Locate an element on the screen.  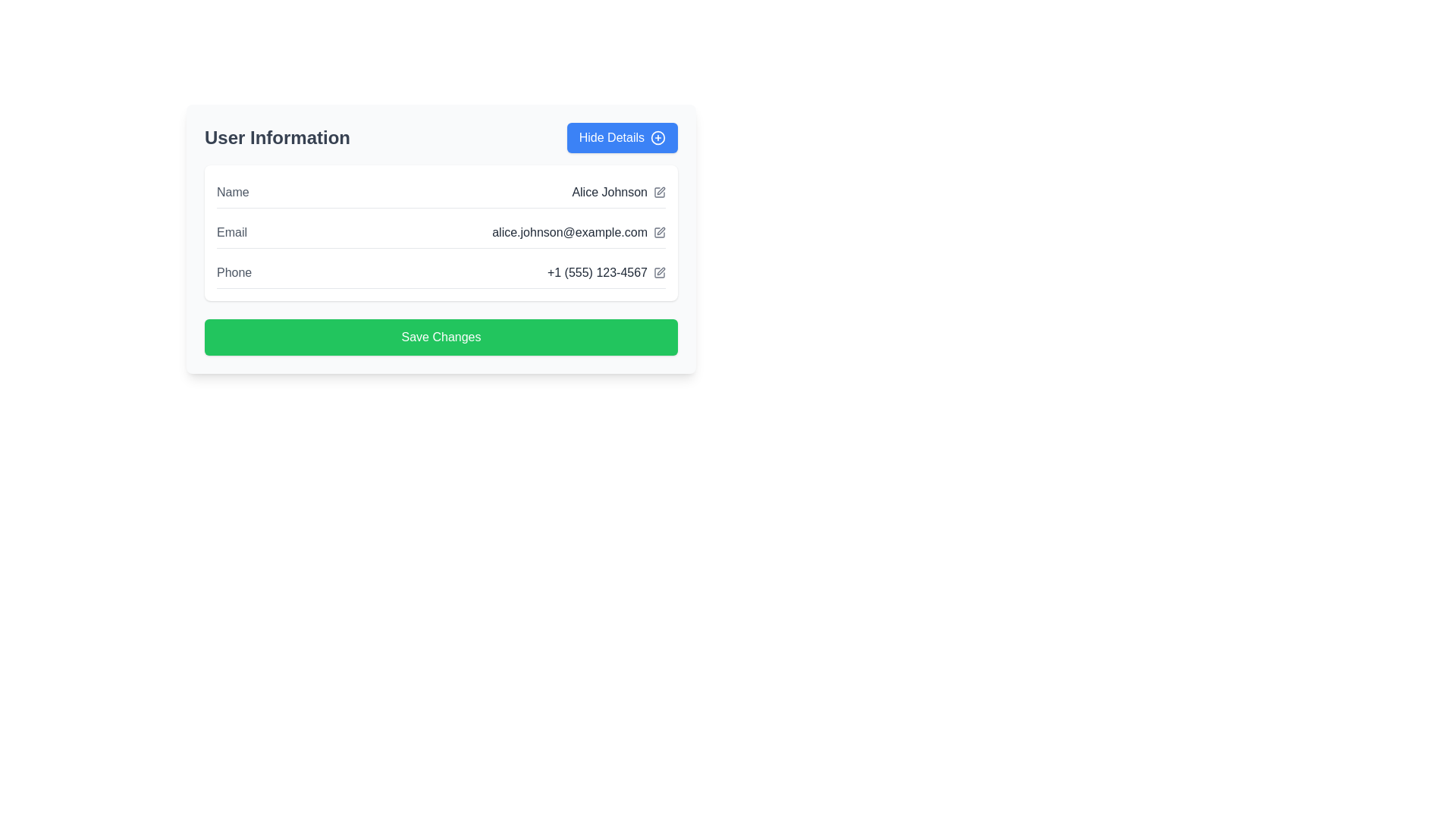
the circular outline of the plus icon graphic component, which contributes to the overall design of the icon next to the 'Hide Details' button is located at coordinates (658, 137).